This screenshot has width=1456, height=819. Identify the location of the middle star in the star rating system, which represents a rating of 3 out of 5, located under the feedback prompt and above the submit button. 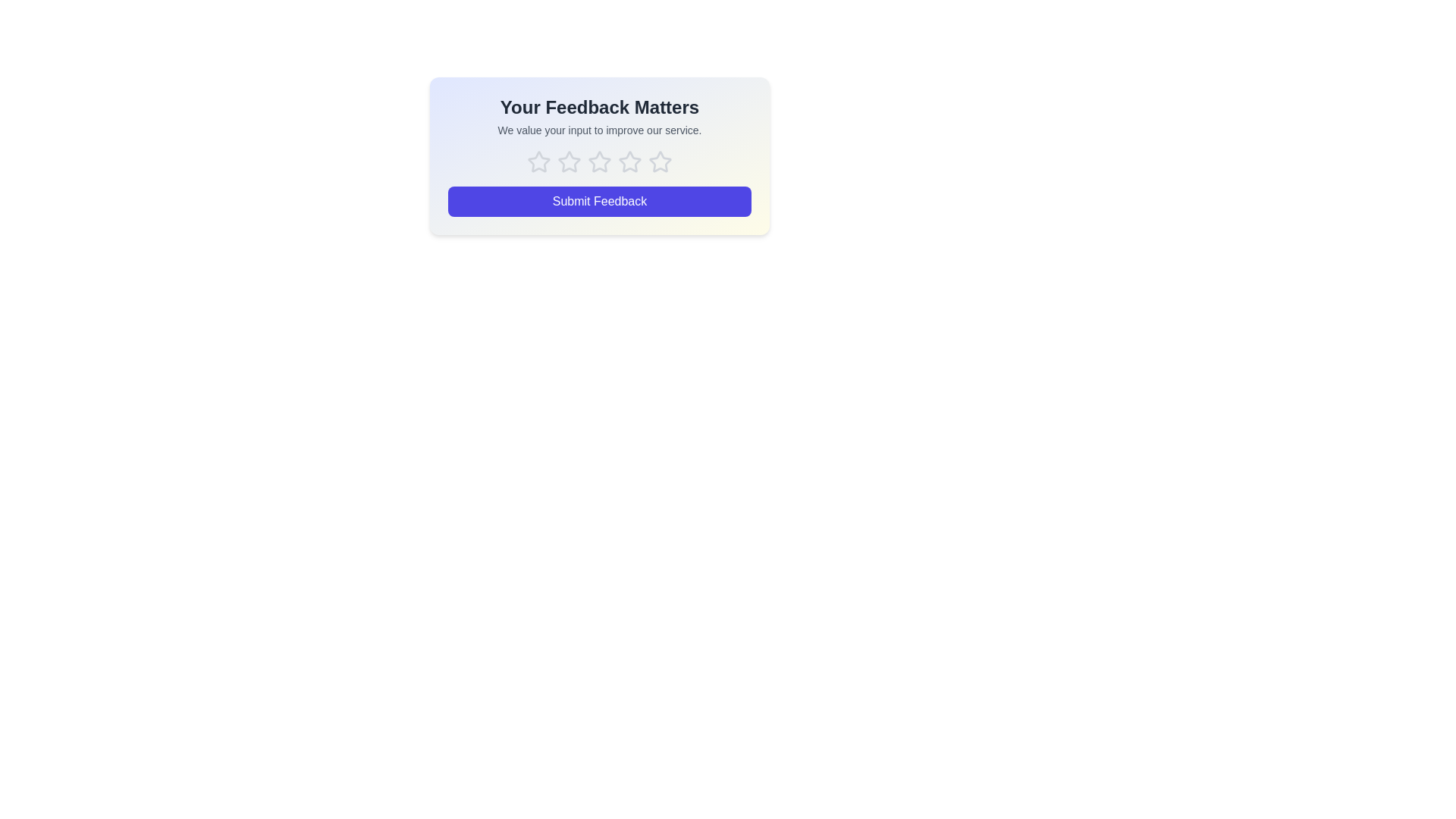
(599, 162).